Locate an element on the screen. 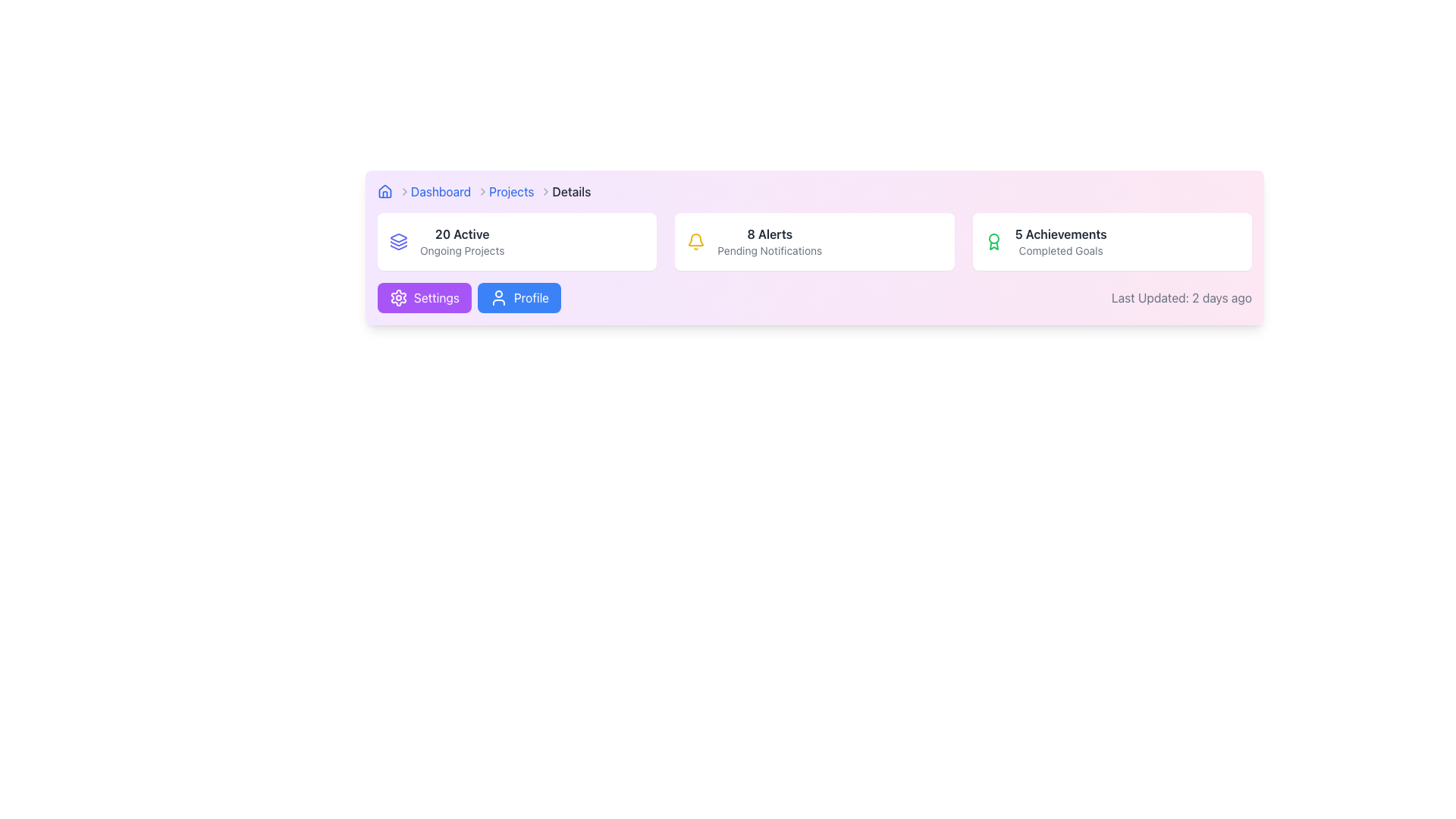 Image resolution: width=1456 pixels, height=819 pixels. the breadcrumb navigation item that features a blue outlined home icon followed by a gray chevron icon is located at coordinates (394, 191).